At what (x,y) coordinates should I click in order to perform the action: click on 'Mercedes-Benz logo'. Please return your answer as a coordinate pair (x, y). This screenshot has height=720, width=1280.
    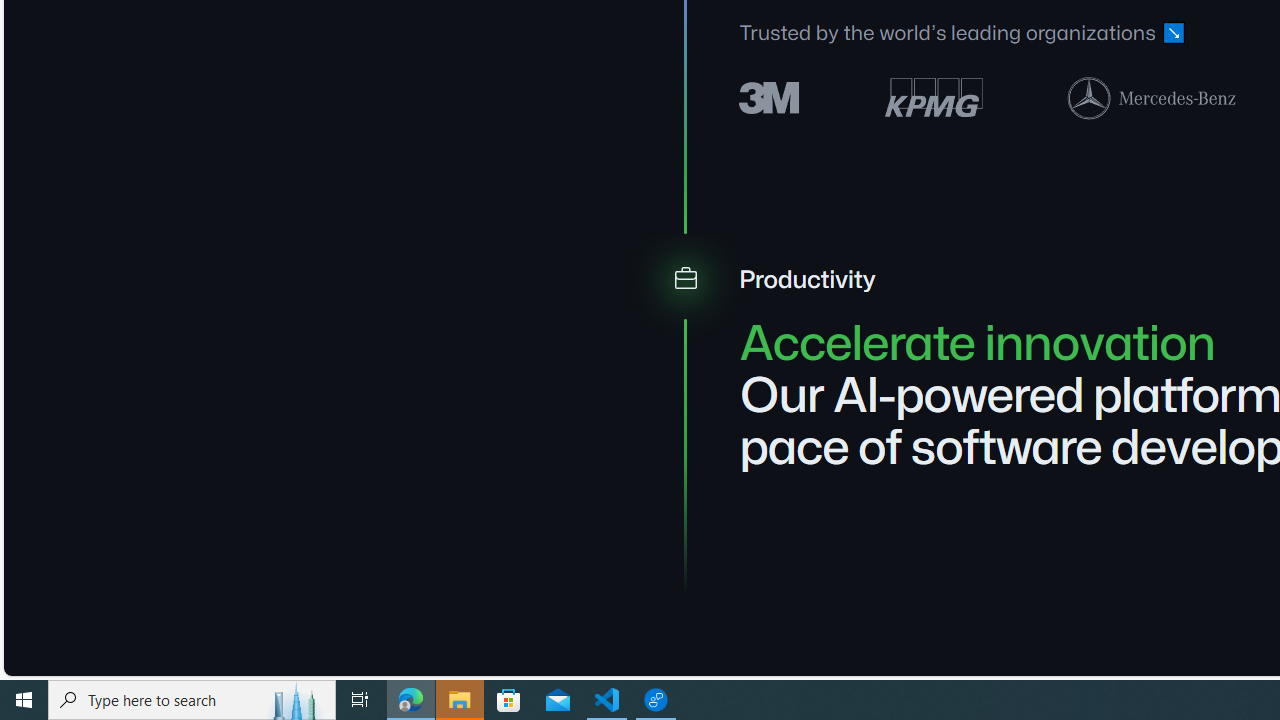
    Looking at the image, I should click on (1152, 97).